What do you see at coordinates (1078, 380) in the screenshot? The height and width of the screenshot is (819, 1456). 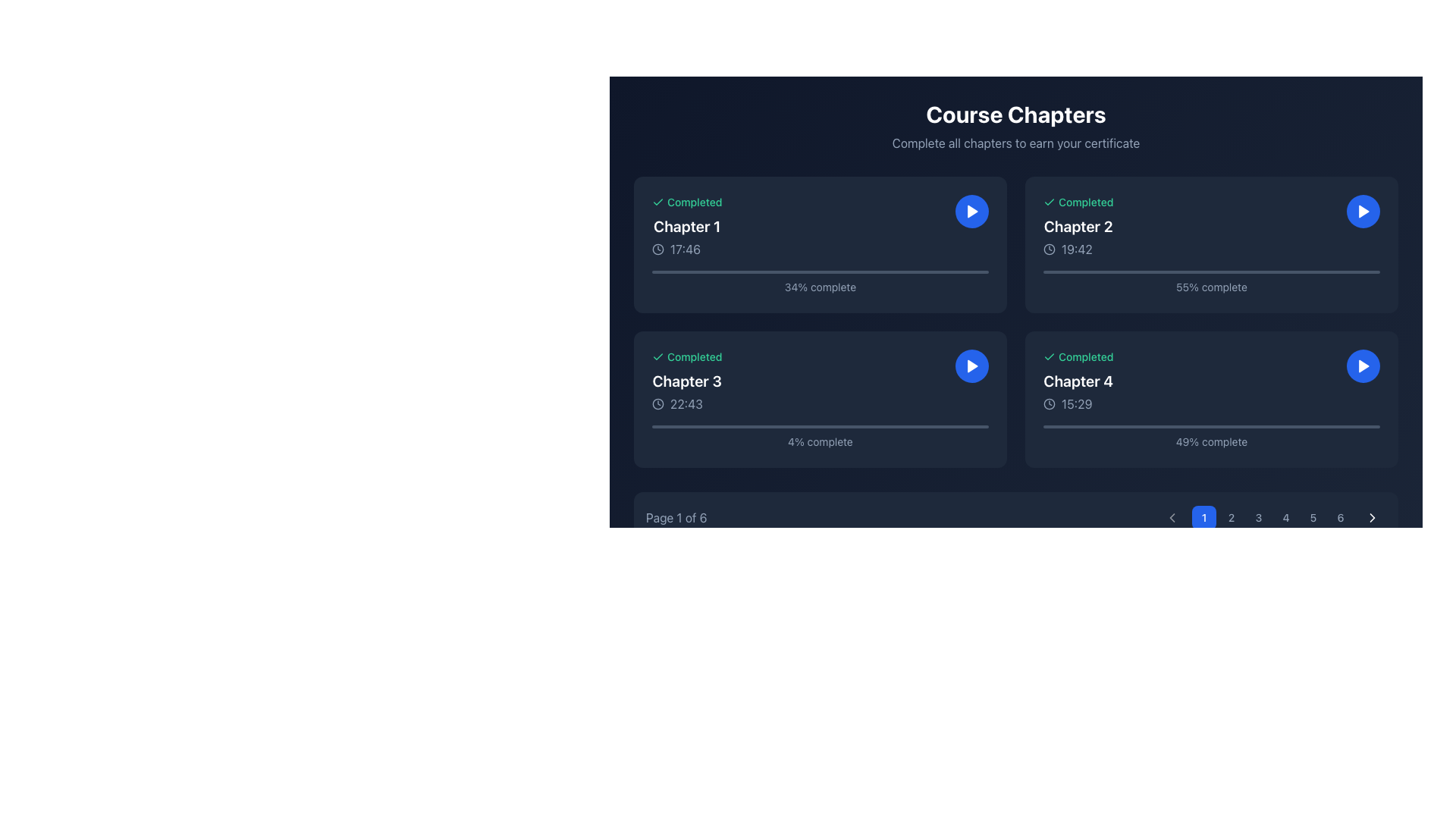 I see `the static text label indicating the title for the fourth chapter of the course, located in the bottom-right corner of the four-panel grid layout, between 'Completed' and the time indicator '15:29'` at bounding box center [1078, 380].